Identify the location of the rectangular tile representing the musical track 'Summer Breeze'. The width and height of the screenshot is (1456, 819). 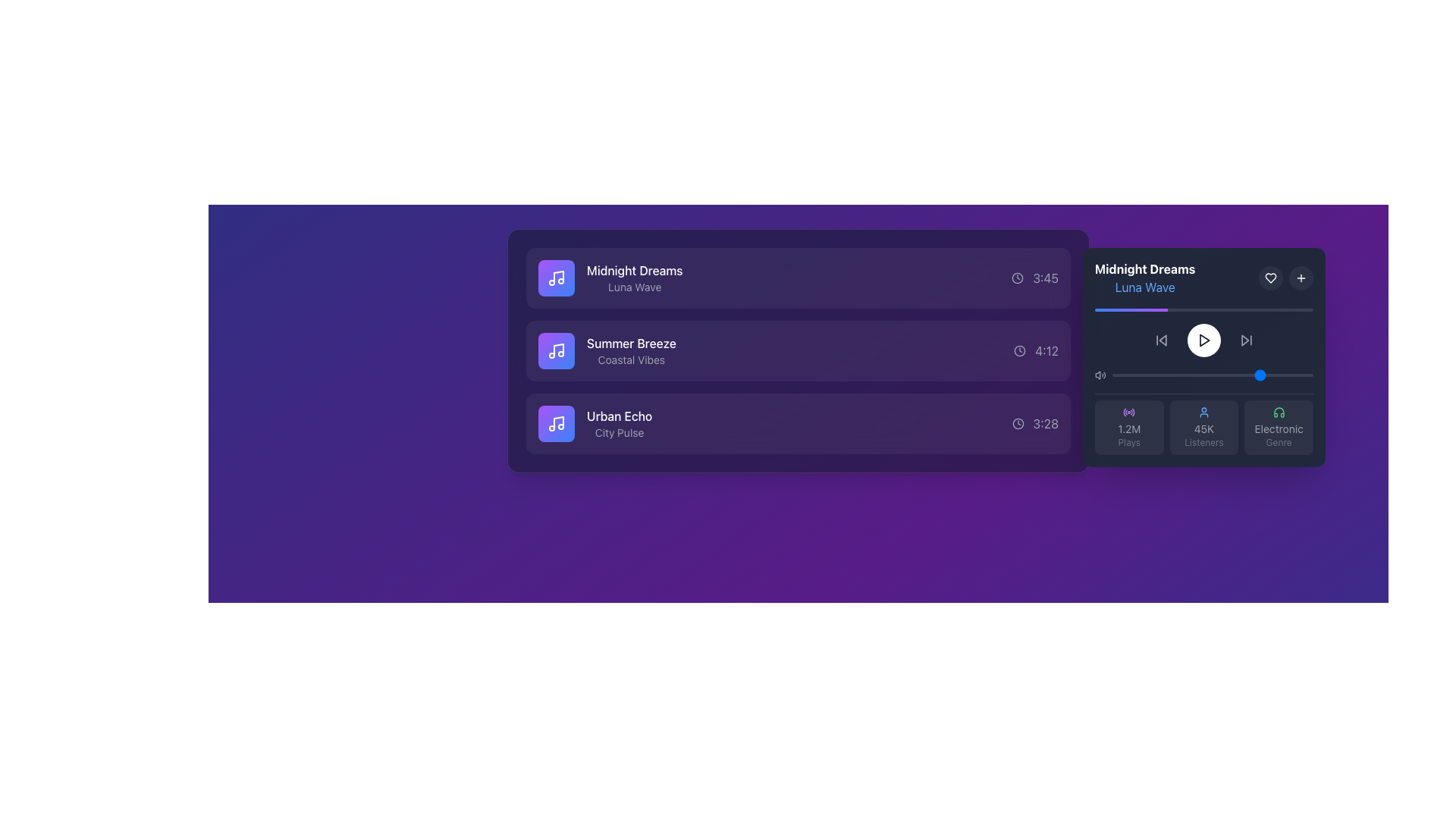
(797, 350).